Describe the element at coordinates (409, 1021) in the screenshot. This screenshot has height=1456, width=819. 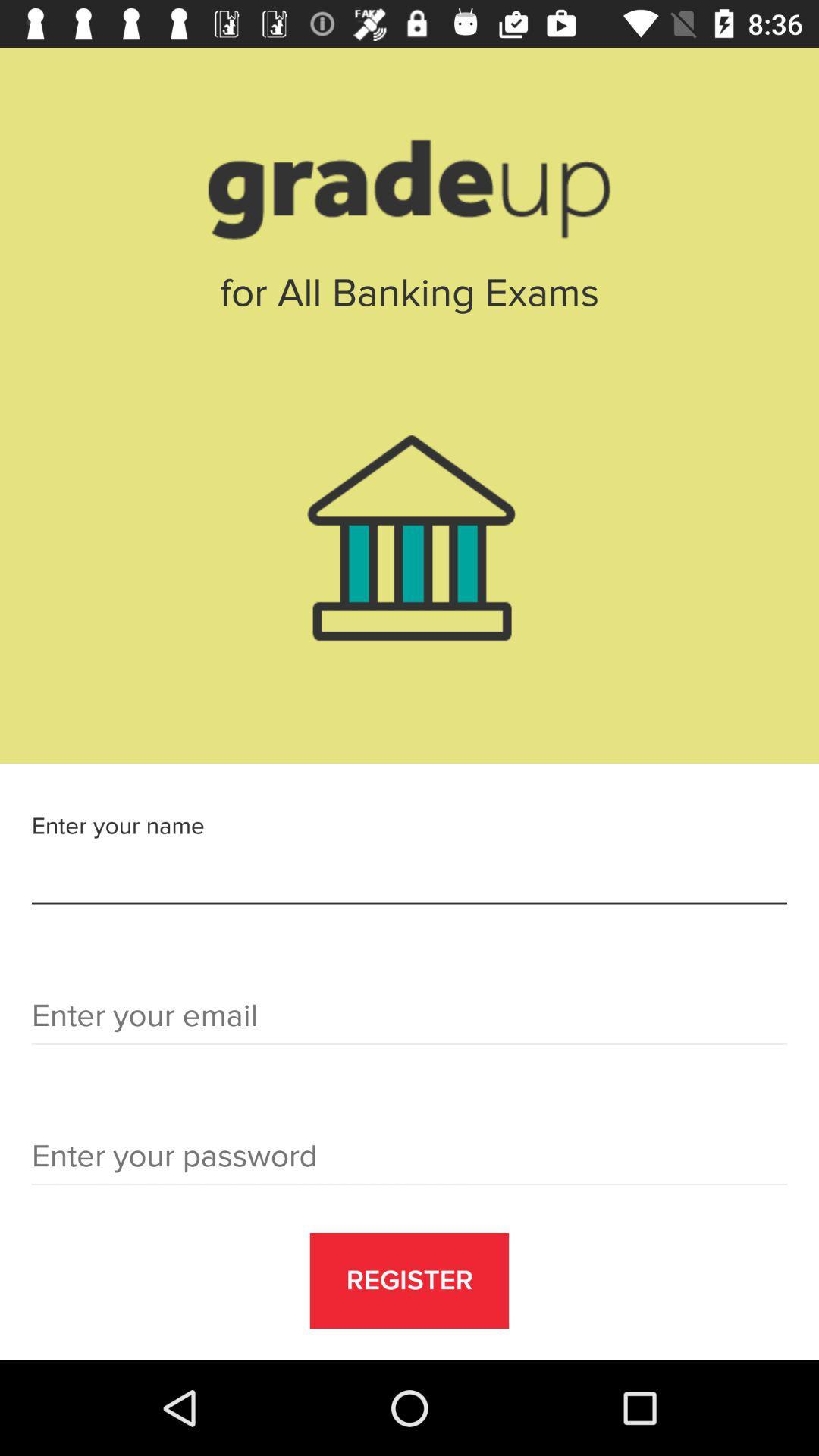
I see `mail id` at that location.